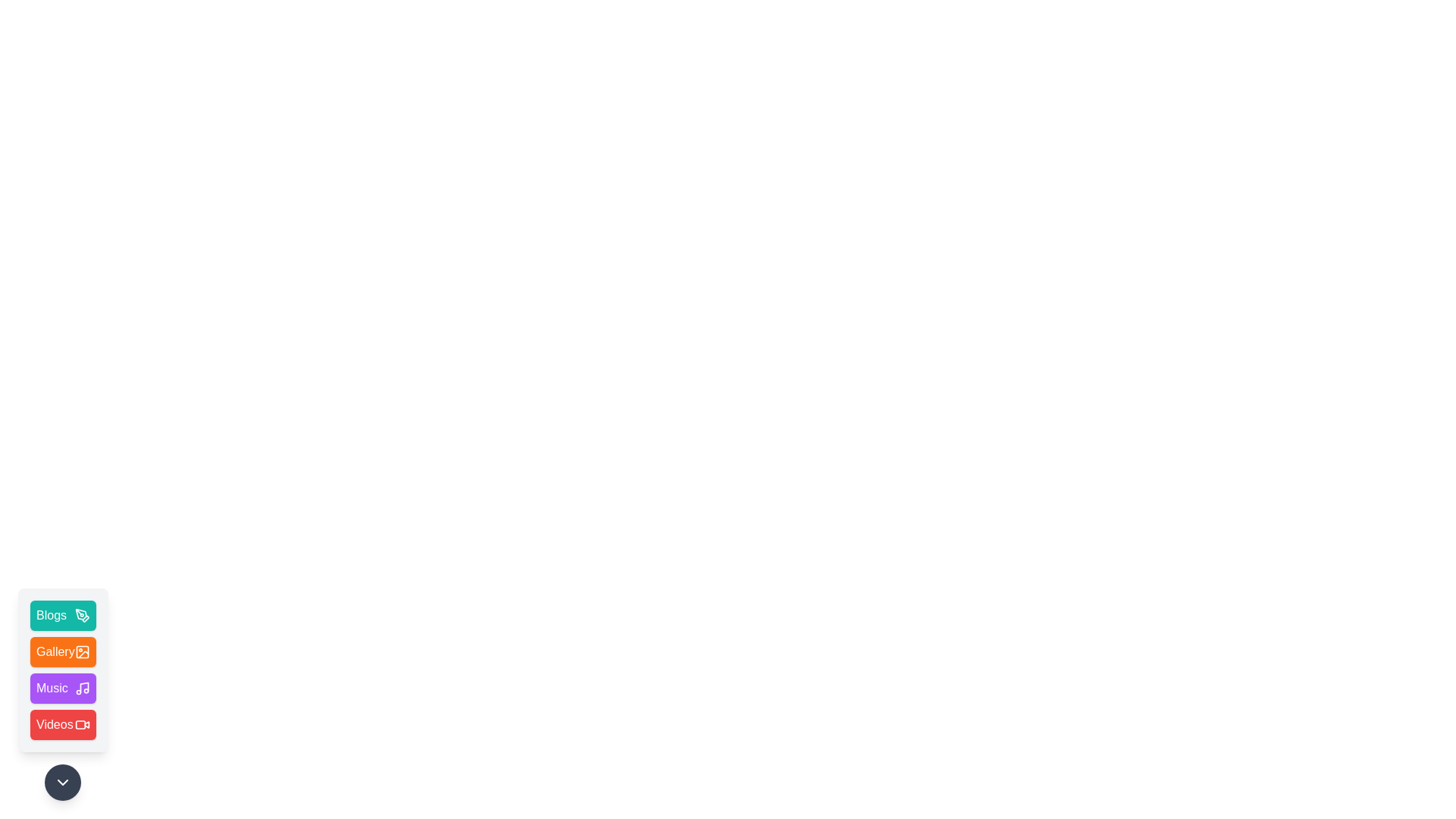  Describe the element at coordinates (62, 651) in the screenshot. I see `the Gallery menu item to interact with it` at that location.